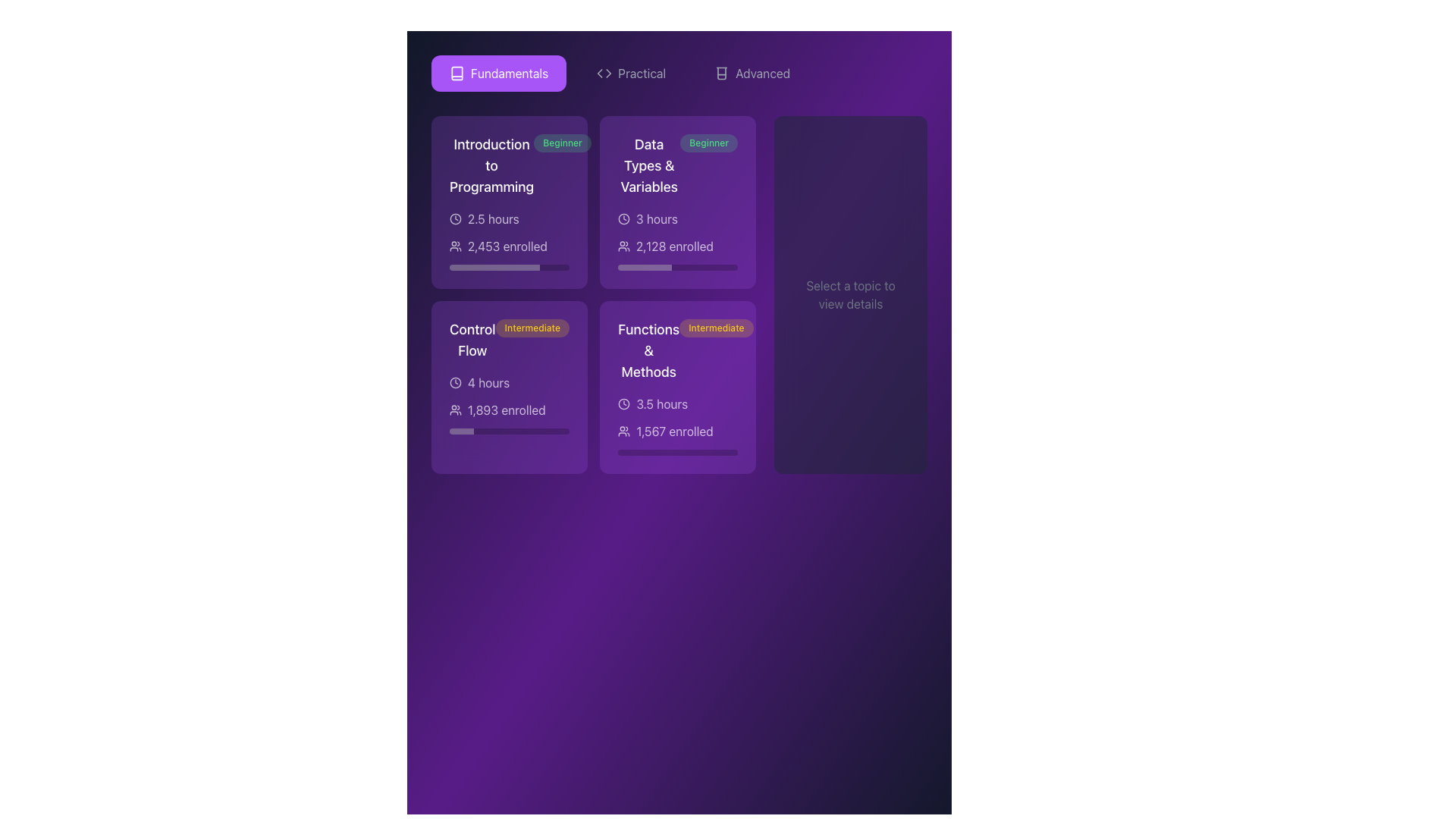 Image resolution: width=1456 pixels, height=819 pixels. What do you see at coordinates (623, 245) in the screenshot?
I see `the enrollment icon located in the 'Data Types & Variables' card, positioned to the left of the text '2,128 enrolled' and above the progress bar` at bounding box center [623, 245].